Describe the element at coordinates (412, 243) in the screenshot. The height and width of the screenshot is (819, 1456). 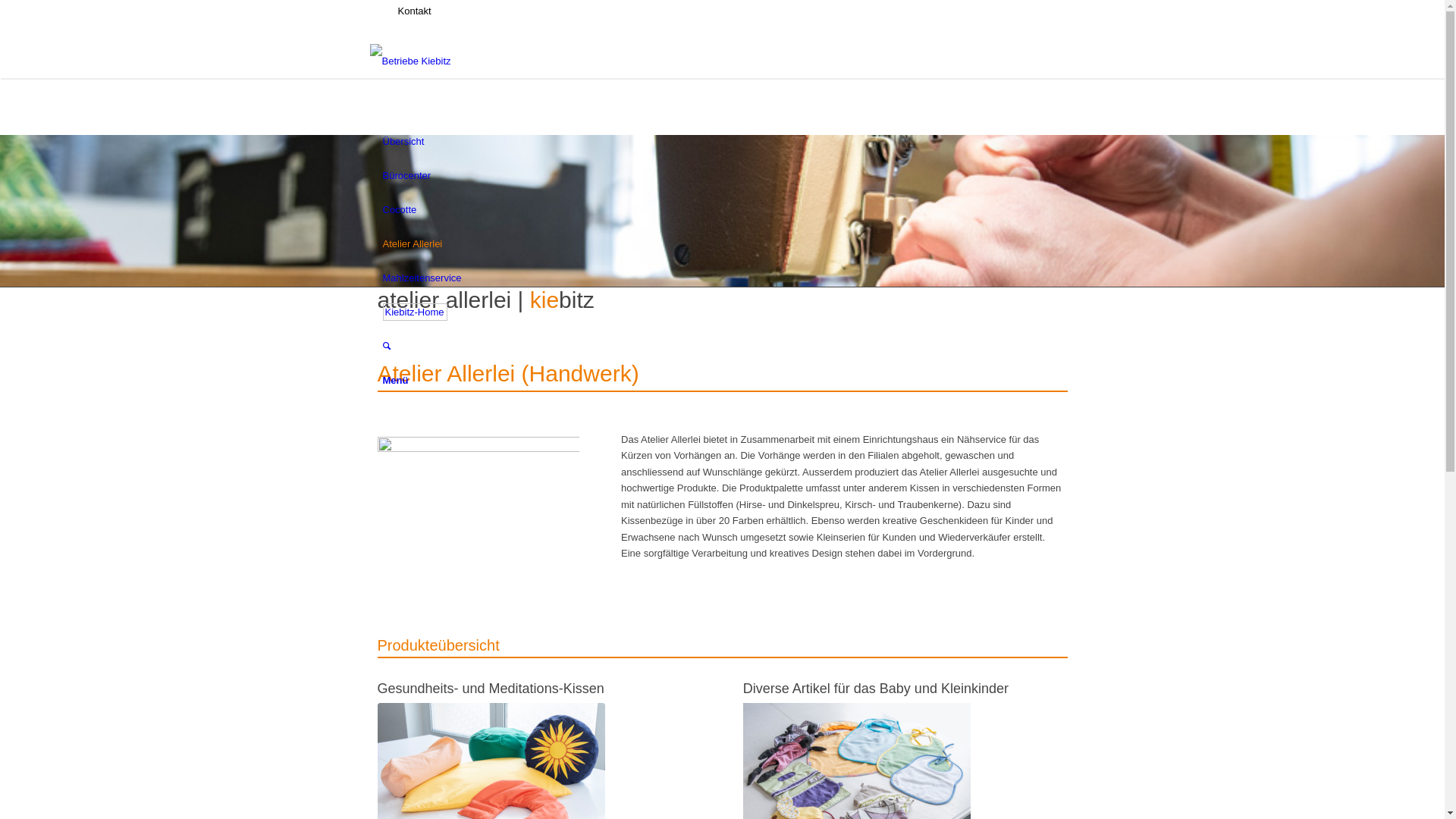
I see `'Atelier Allerlei'` at that location.